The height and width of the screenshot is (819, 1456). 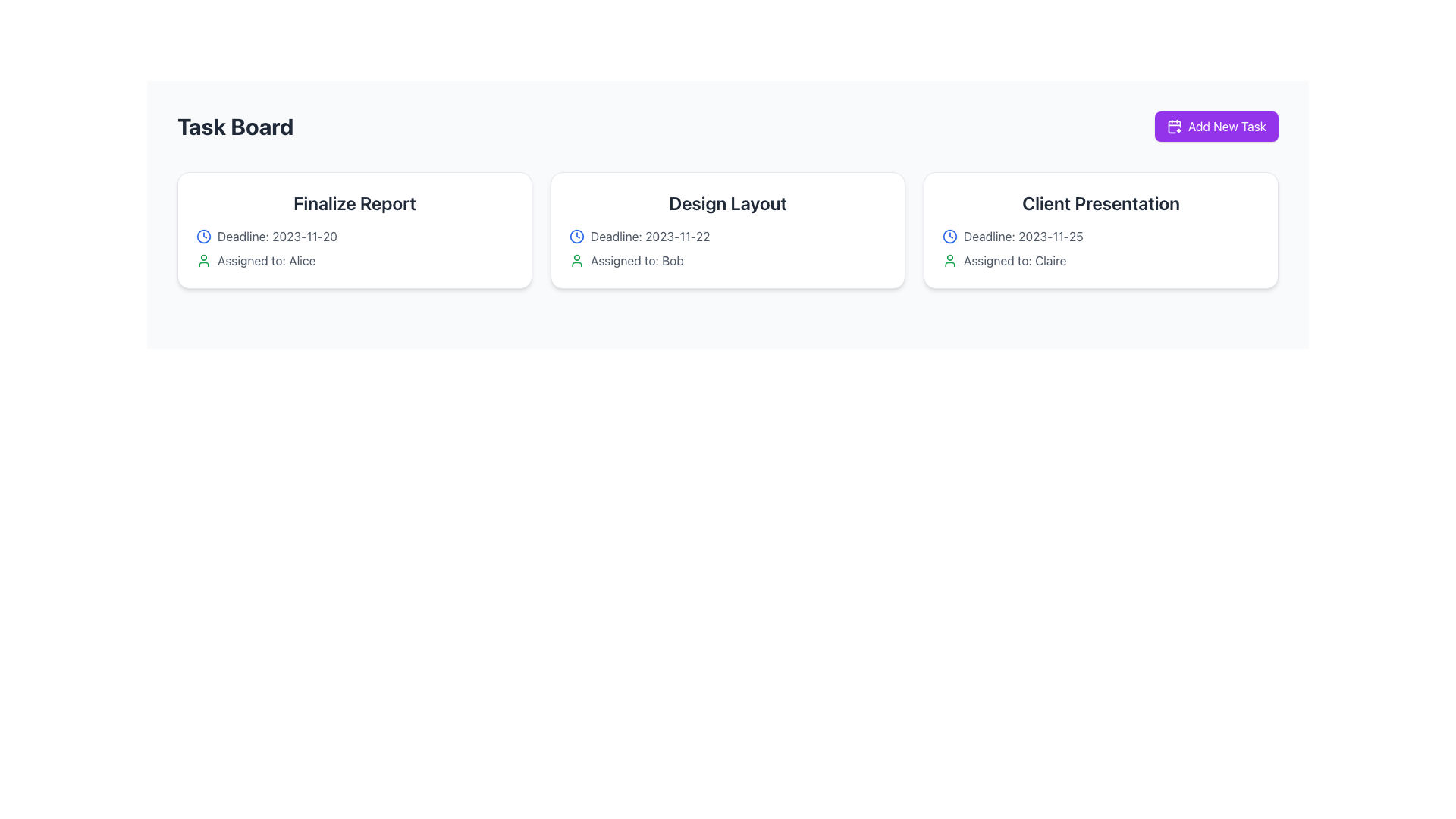 What do you see at coordinates (1015, 259) in the screenshot?
I see `the static text element displaying 'Assigned to: Claire', which is styled in light gray and located within the 'Client Presentation' card, positioned below the deadline information` at bounding box center [1015, 259].